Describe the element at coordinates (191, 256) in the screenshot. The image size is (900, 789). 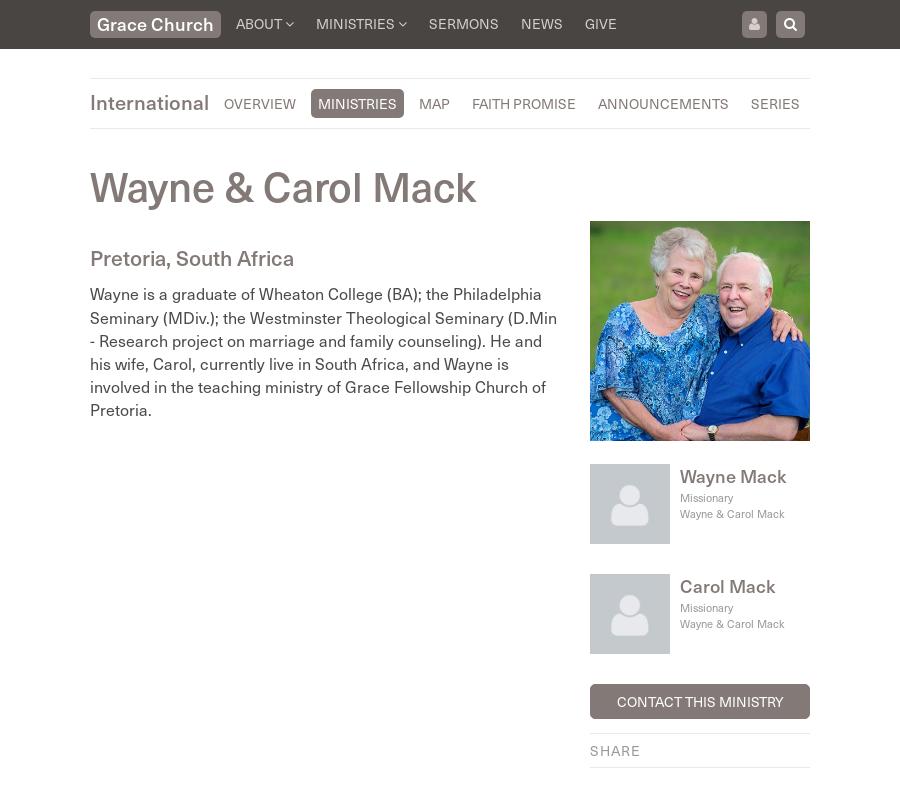
I see `'Pretoria,   South Africa'` at that location.